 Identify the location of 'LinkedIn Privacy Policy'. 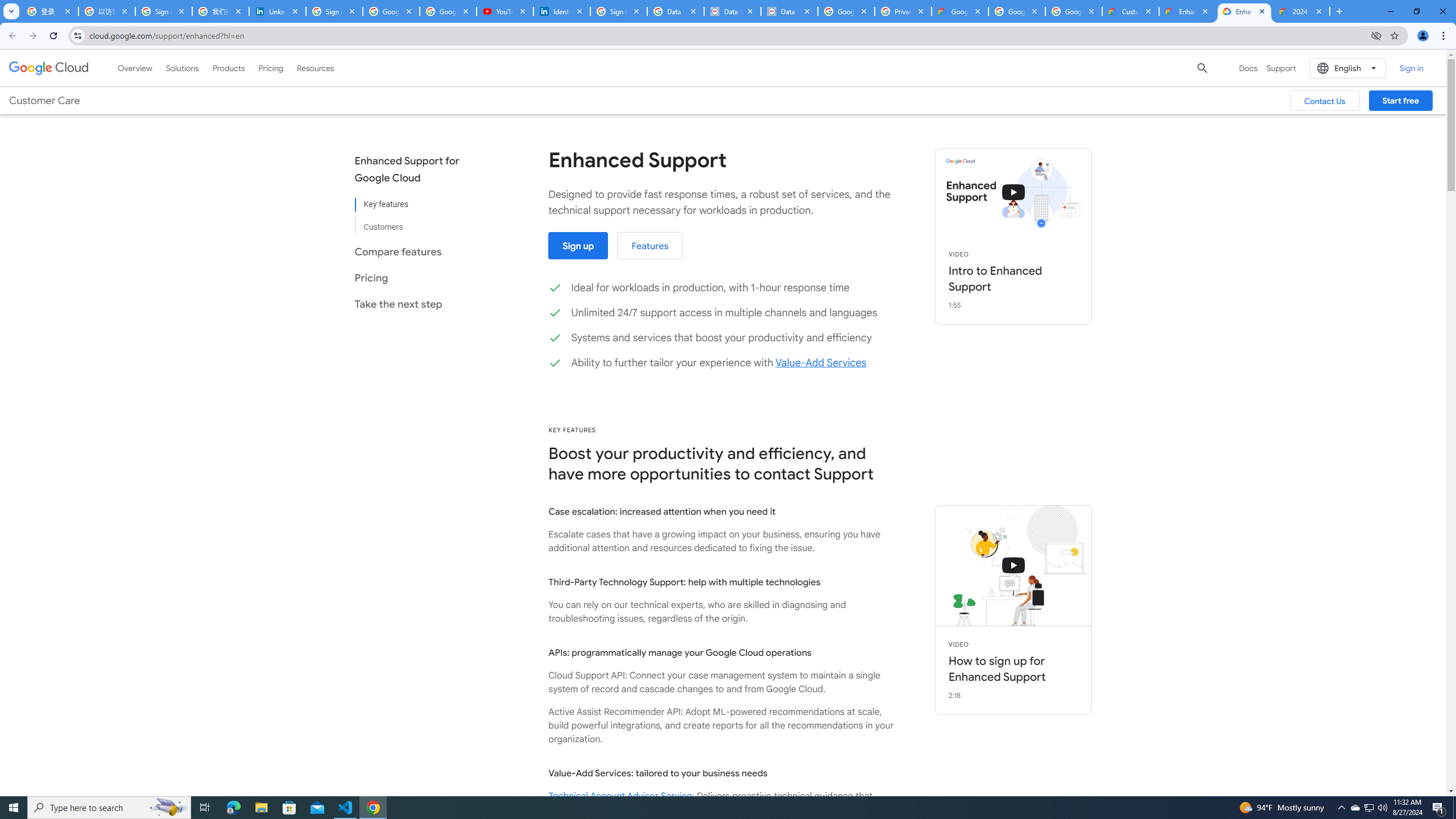
(278, 11).